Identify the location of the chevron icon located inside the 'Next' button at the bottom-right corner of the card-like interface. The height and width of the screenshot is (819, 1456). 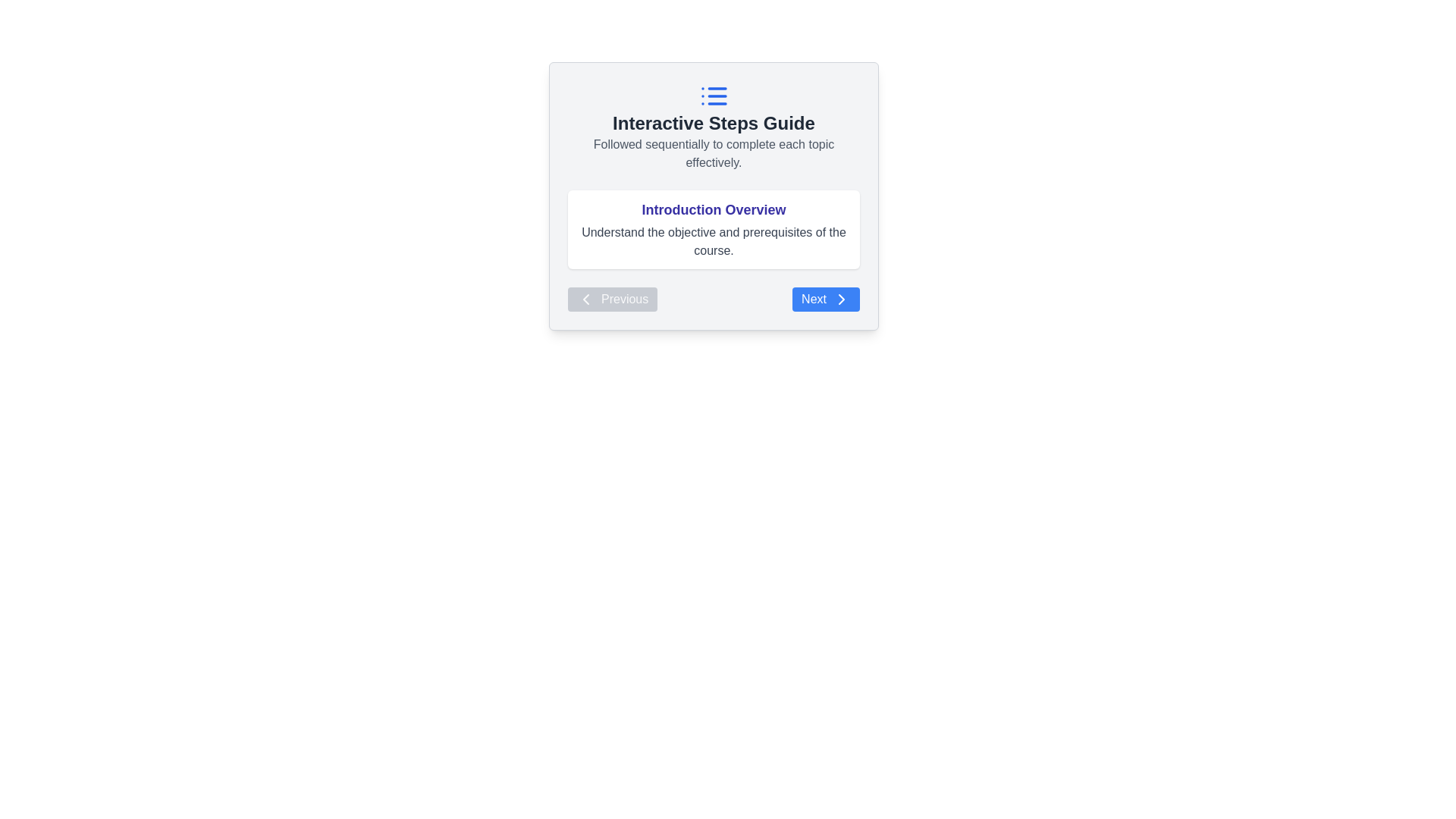
(840, 299).